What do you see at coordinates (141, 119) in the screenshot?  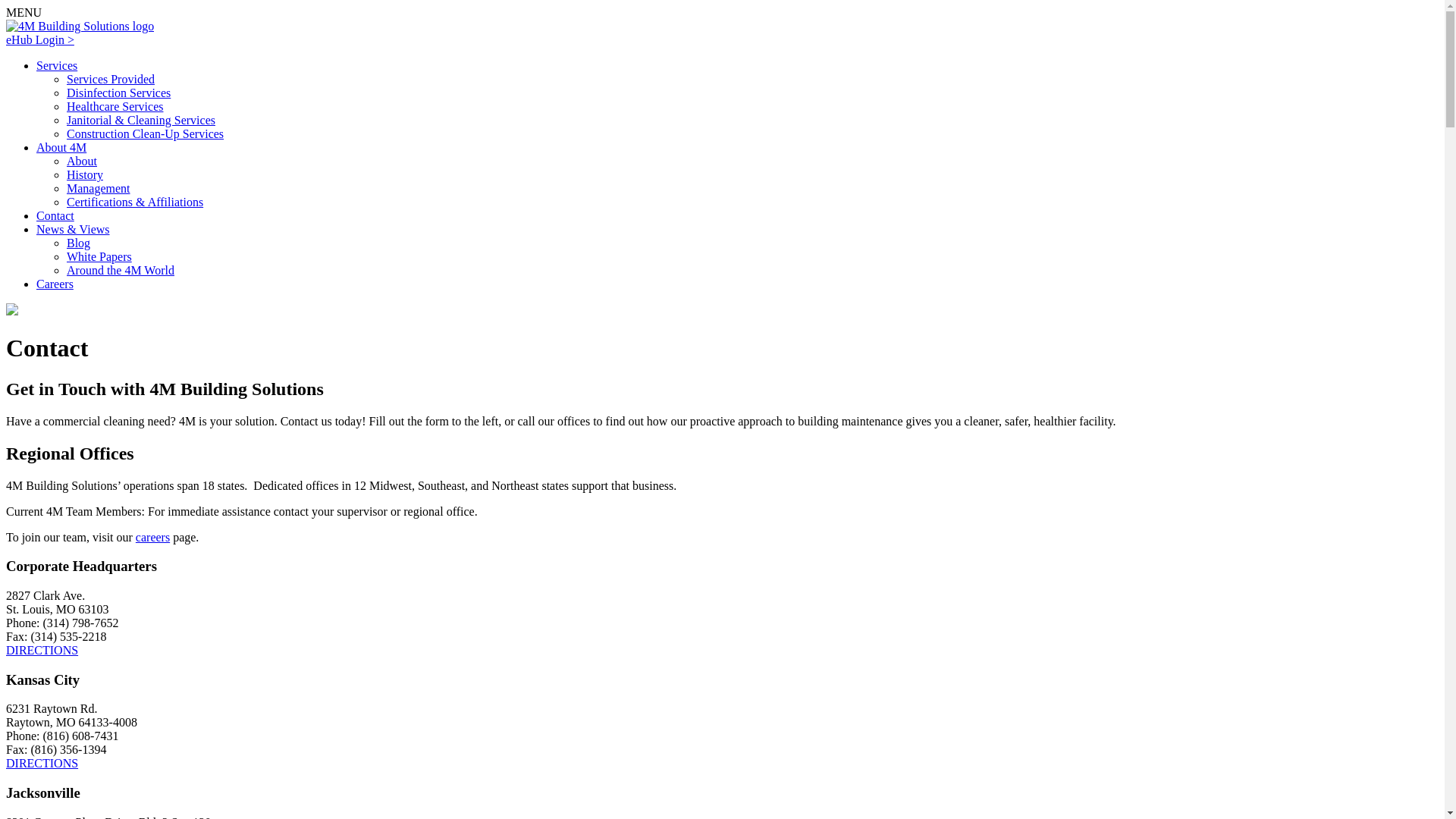 I see `'Janitorial & Cleaning Services'` at bounding box center [141, 119].